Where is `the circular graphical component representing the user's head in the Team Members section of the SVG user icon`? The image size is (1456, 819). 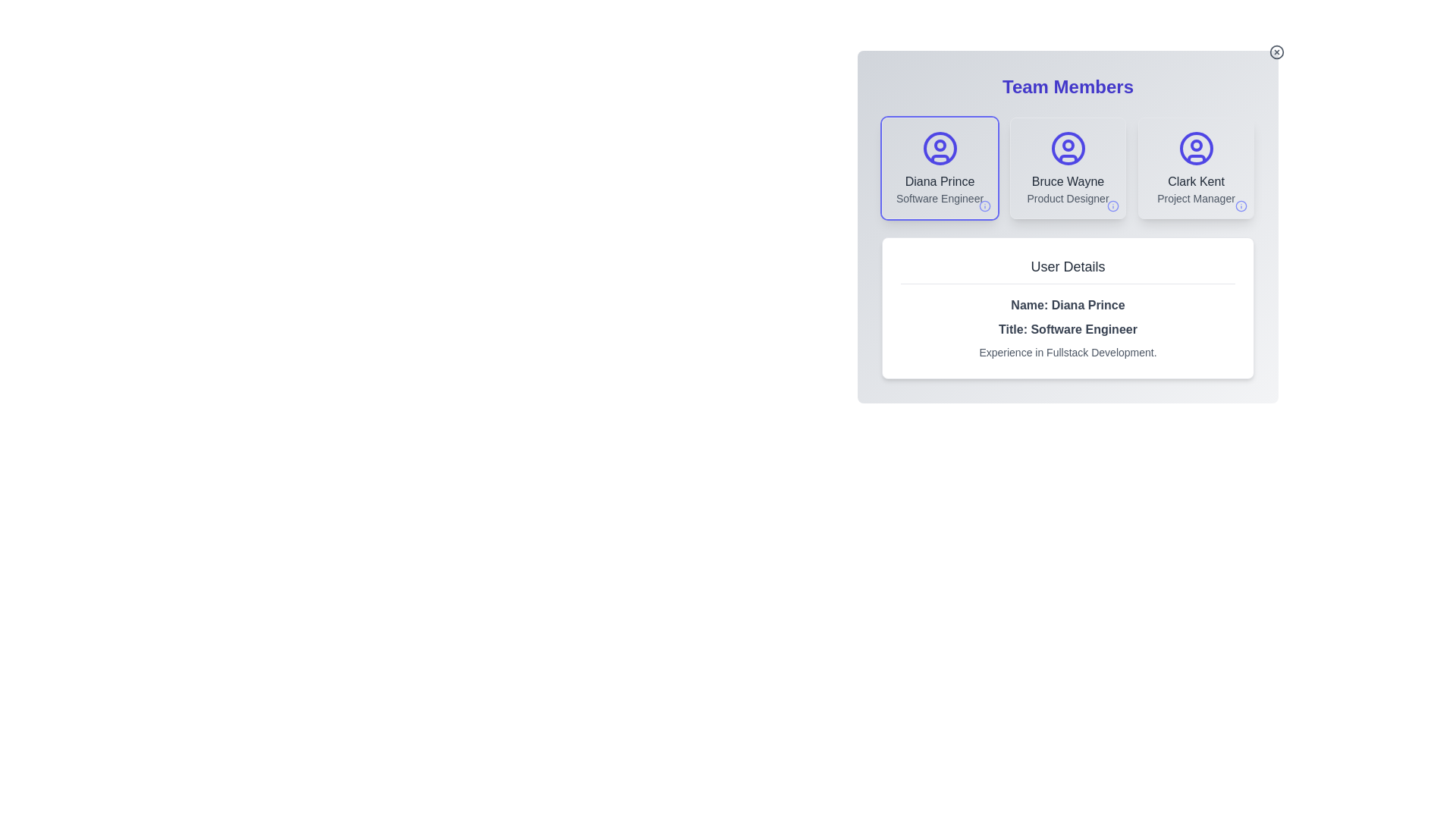 the circular graphical component representing the user's head in the Team Members section of the SVG user icon is located at coordinates (939, 146).